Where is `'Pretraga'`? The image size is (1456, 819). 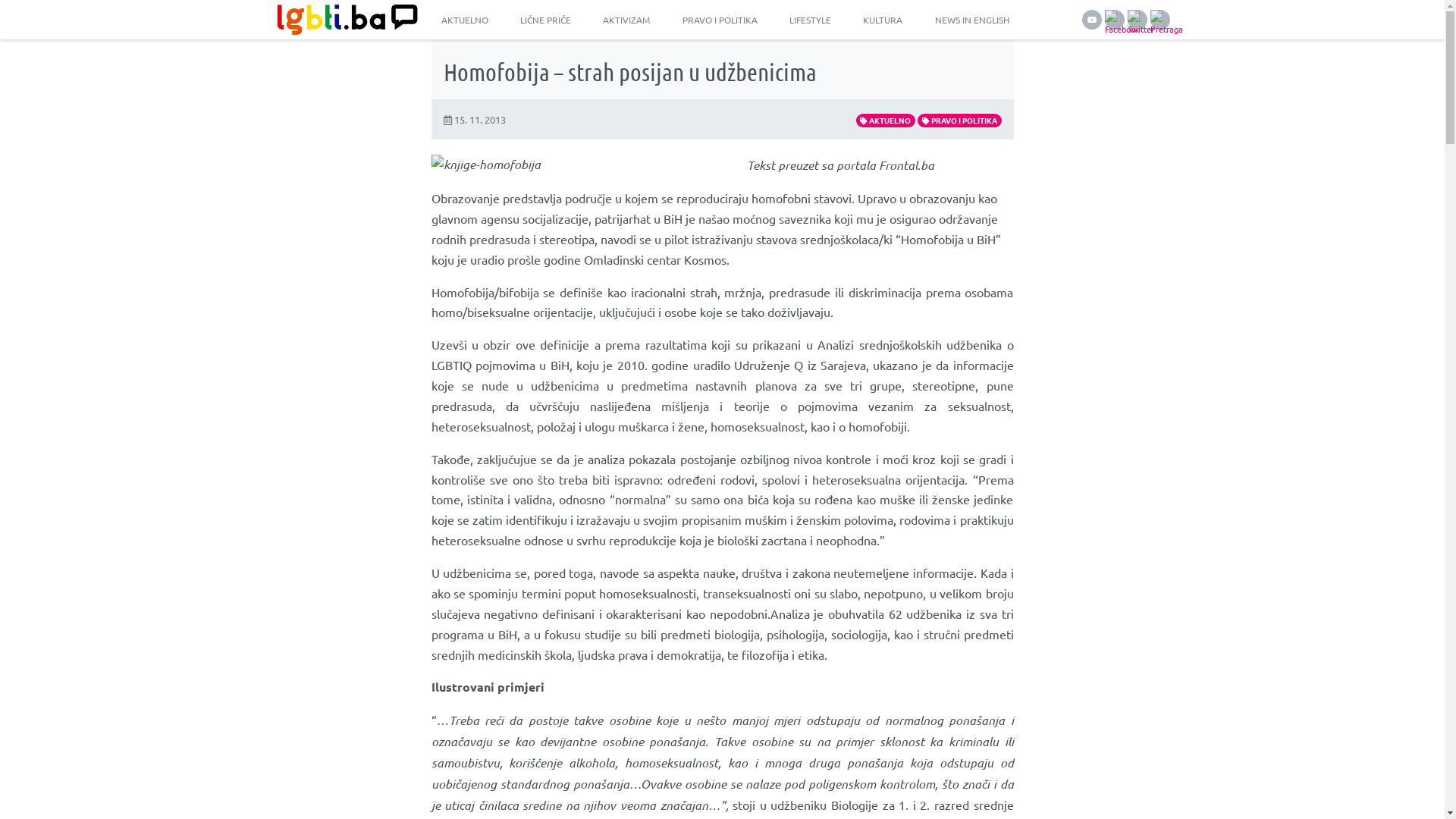
'Pretraga' is located at coordinates (1159, 20).